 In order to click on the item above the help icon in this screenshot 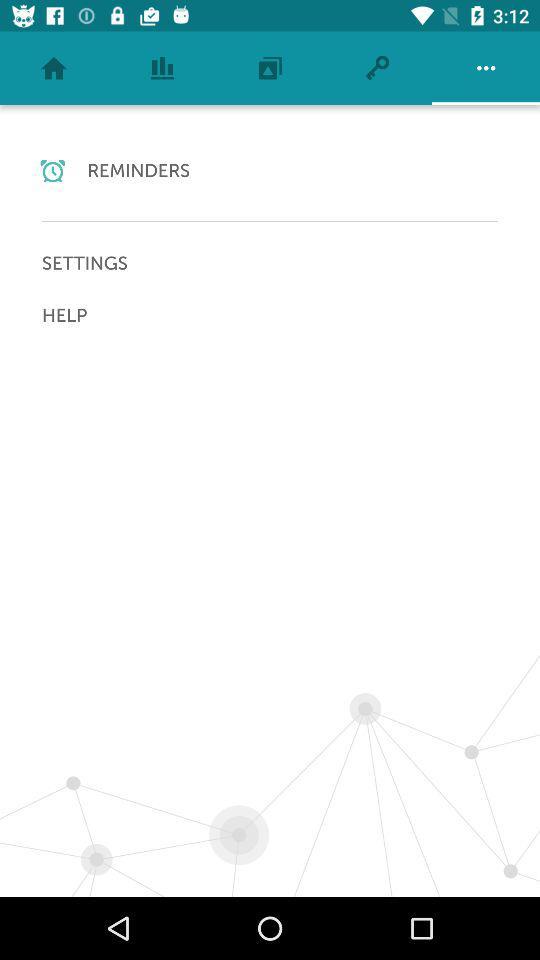, I will do `click(270, 262)`.